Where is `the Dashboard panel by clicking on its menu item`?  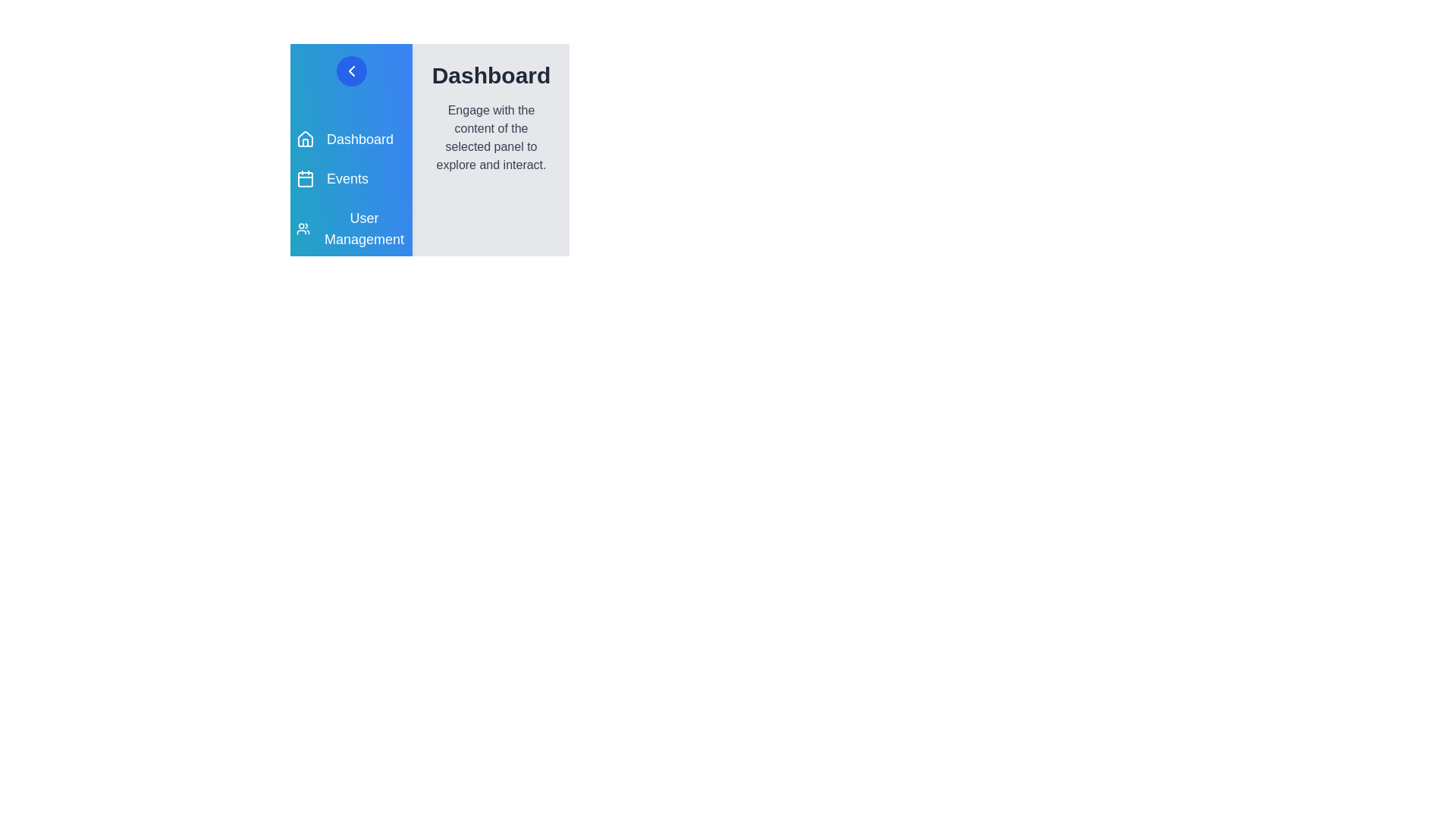
the Dashboard panel by clicking on its menu item is located at coordinates (350, 140).